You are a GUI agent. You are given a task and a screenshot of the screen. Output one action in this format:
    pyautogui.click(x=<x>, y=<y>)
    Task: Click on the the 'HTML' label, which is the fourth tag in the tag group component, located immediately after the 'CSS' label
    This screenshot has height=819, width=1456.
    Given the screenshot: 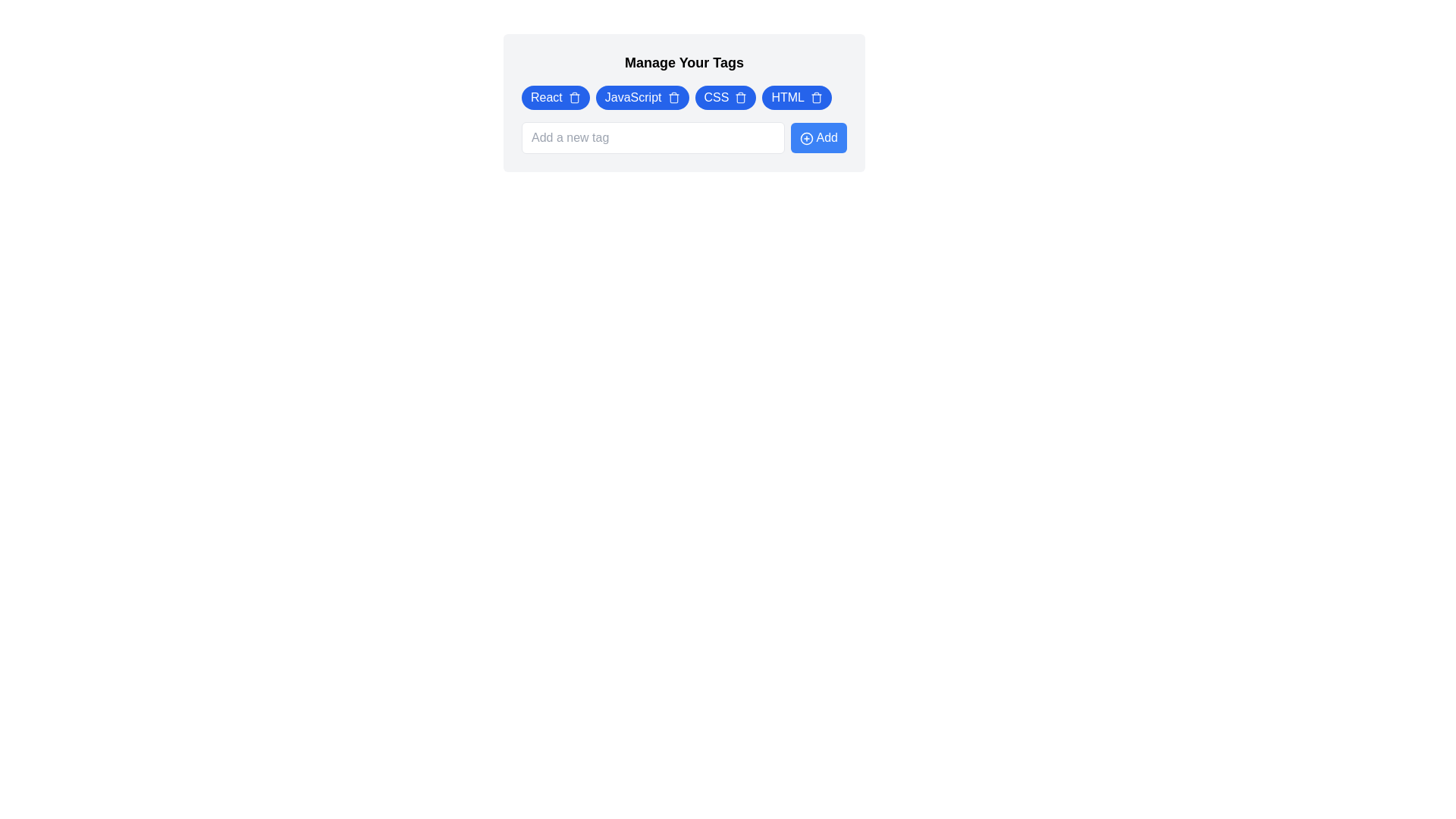 What is the action you would take?
    pyautogui.click(x=788, y=97)
    